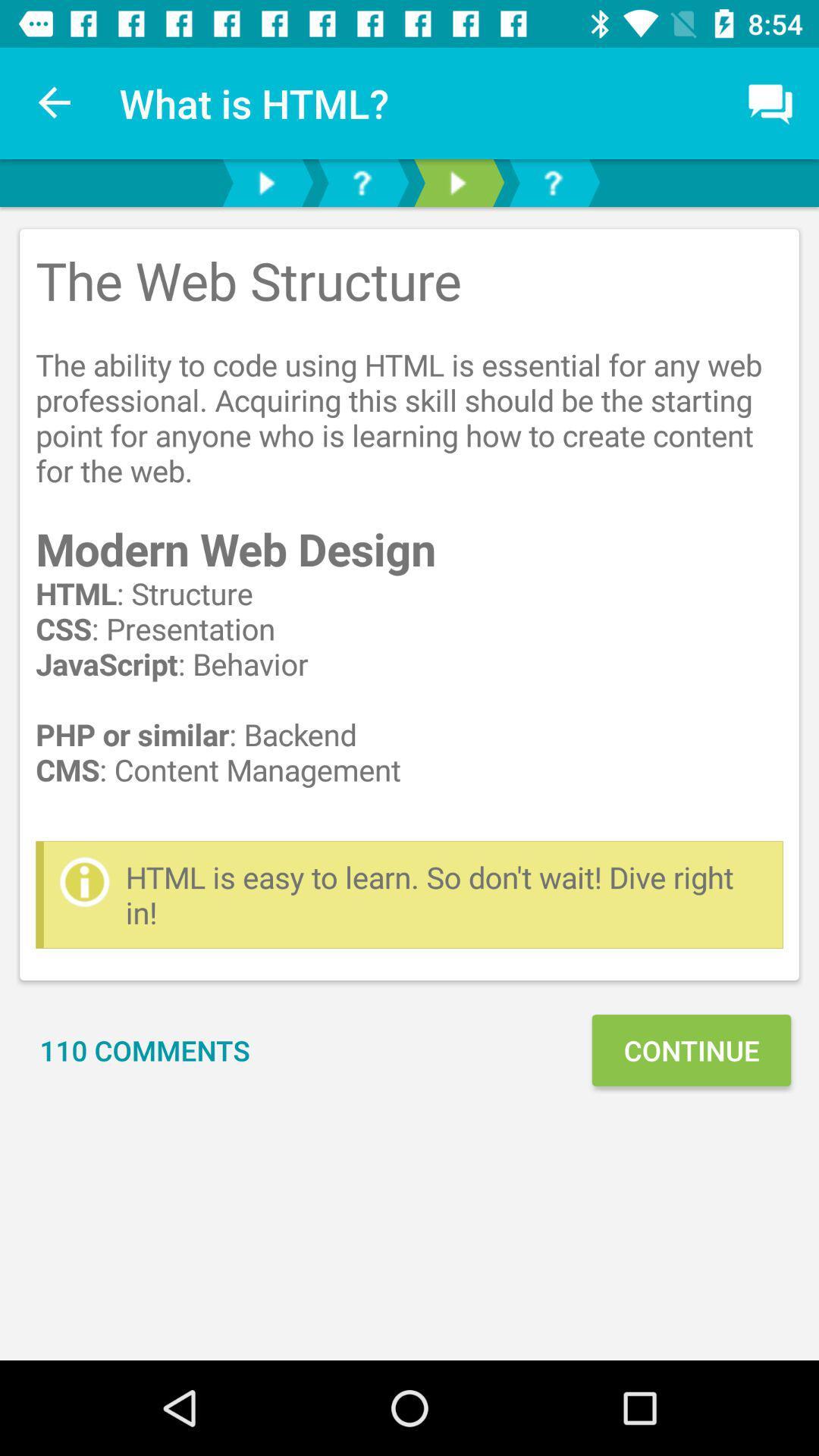 This screenshot has height=1456, width=819. Describe the element at coordinates (362, 182) in the screenshot. I see `question mark option` at that location.